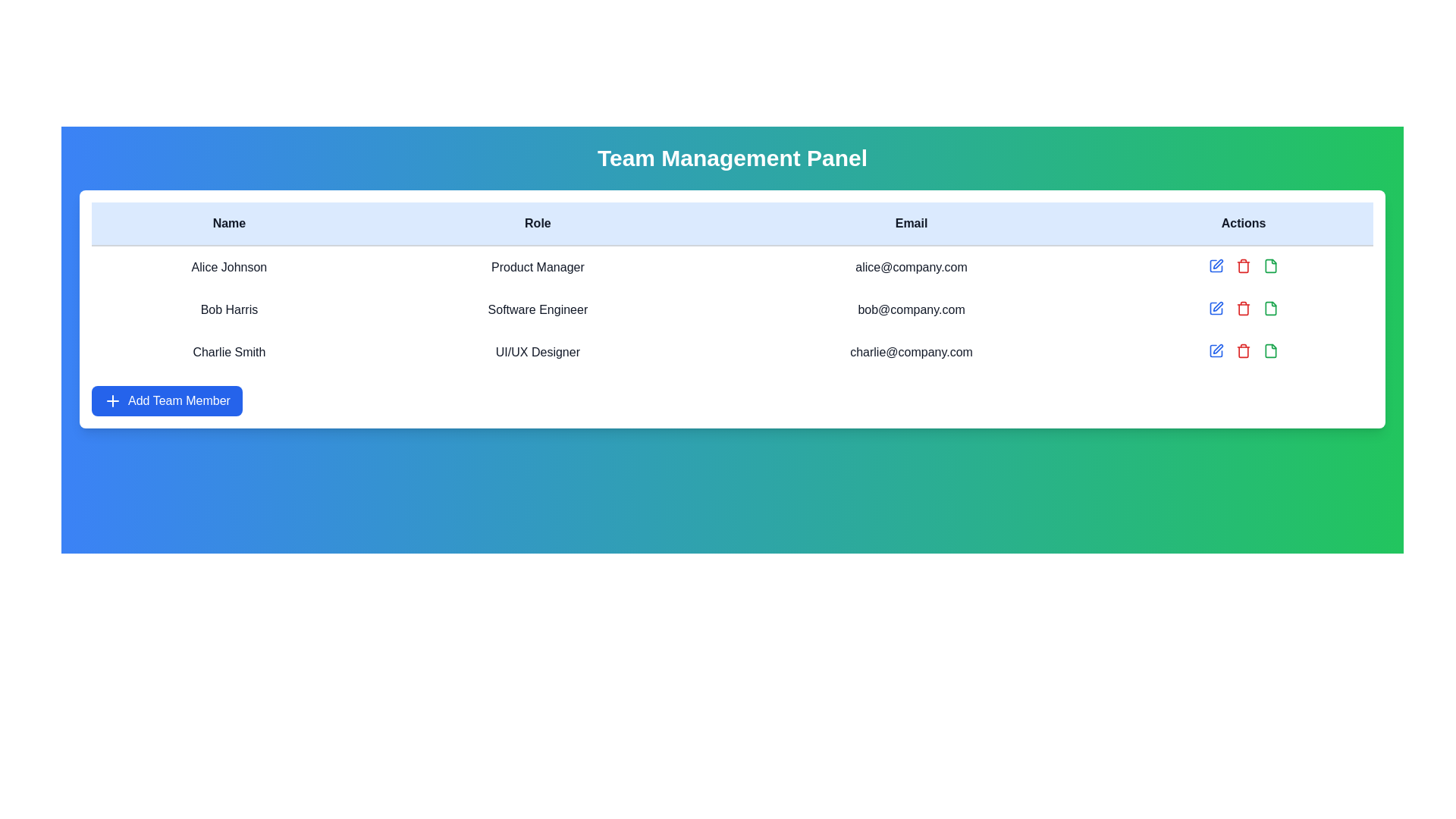 This screenshot has width=1456, height=819. What do you see at coordinates (1244, 224) in the screenshot?
I see `the text header element labeled 'Actions', which is styled with a light blue background and centered black text, located at the top row of a table structure as the fourth element` at bounding box center [1244, 224].